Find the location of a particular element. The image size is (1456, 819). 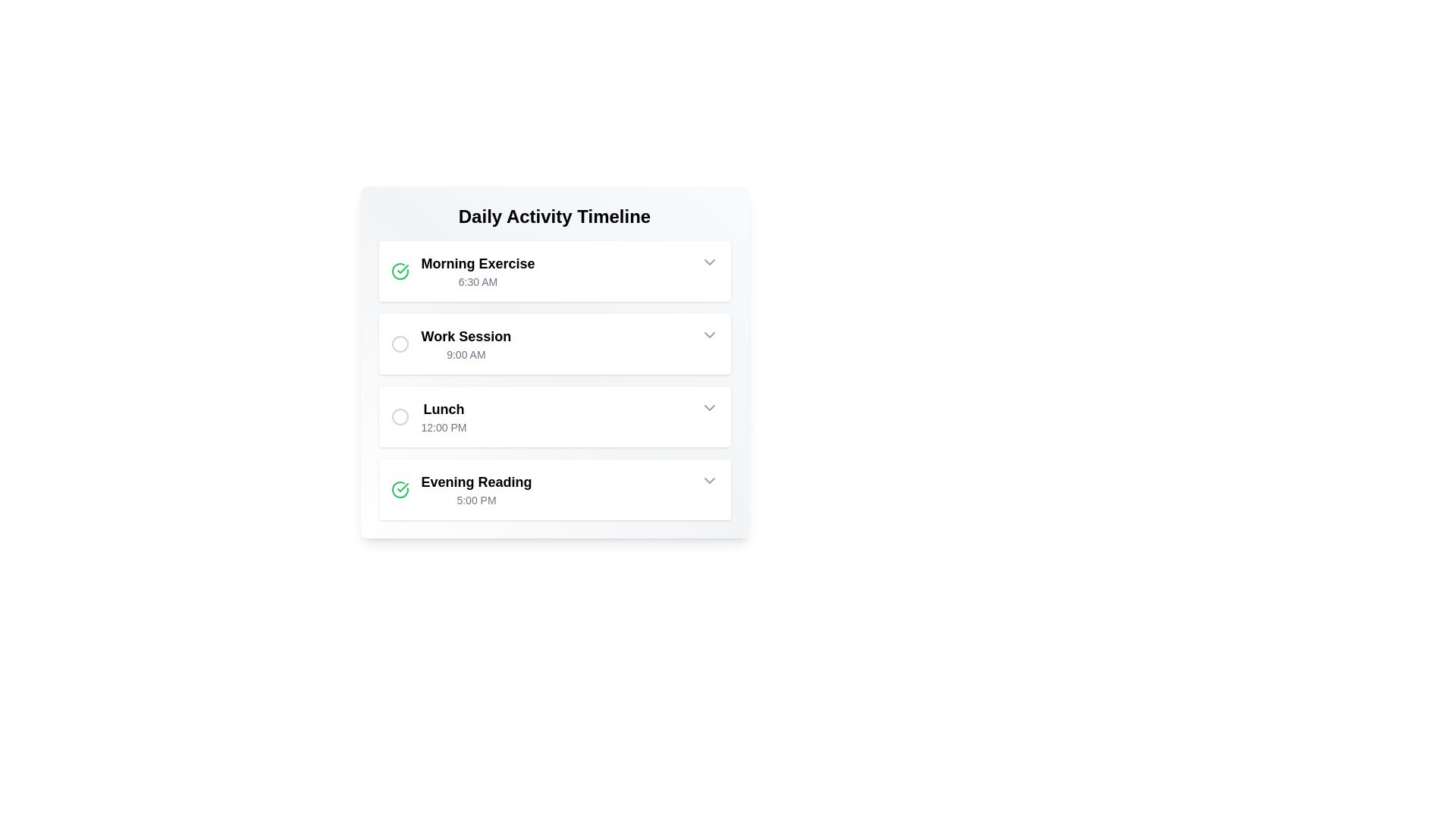

the Dropdown indicator icon located in the top-right corner of the 'Work Session 9:00 AM' activity entry is located at coordinates (708, 334).